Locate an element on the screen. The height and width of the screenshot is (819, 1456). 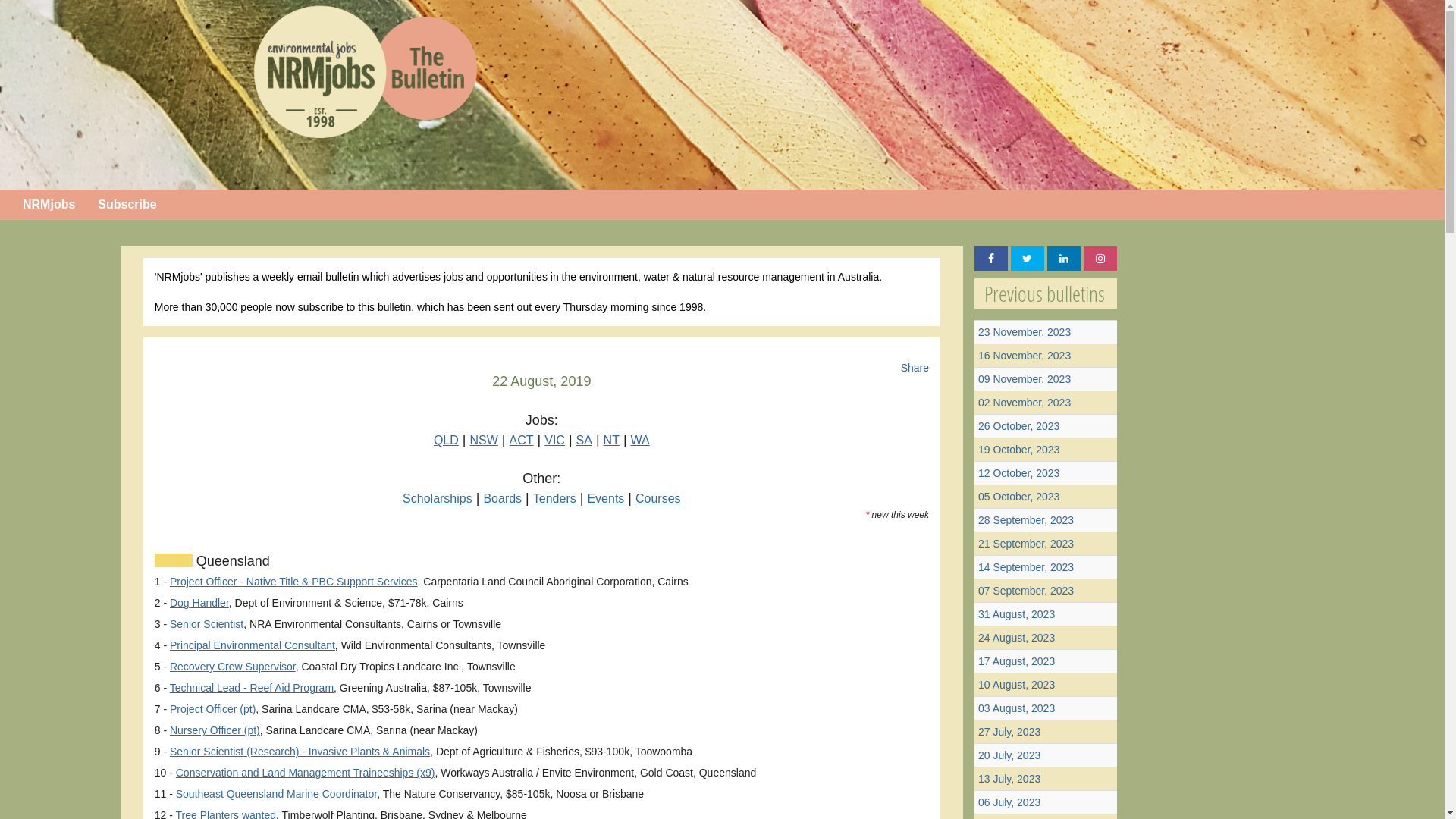
'NT' is located at coordinates (611, 440).